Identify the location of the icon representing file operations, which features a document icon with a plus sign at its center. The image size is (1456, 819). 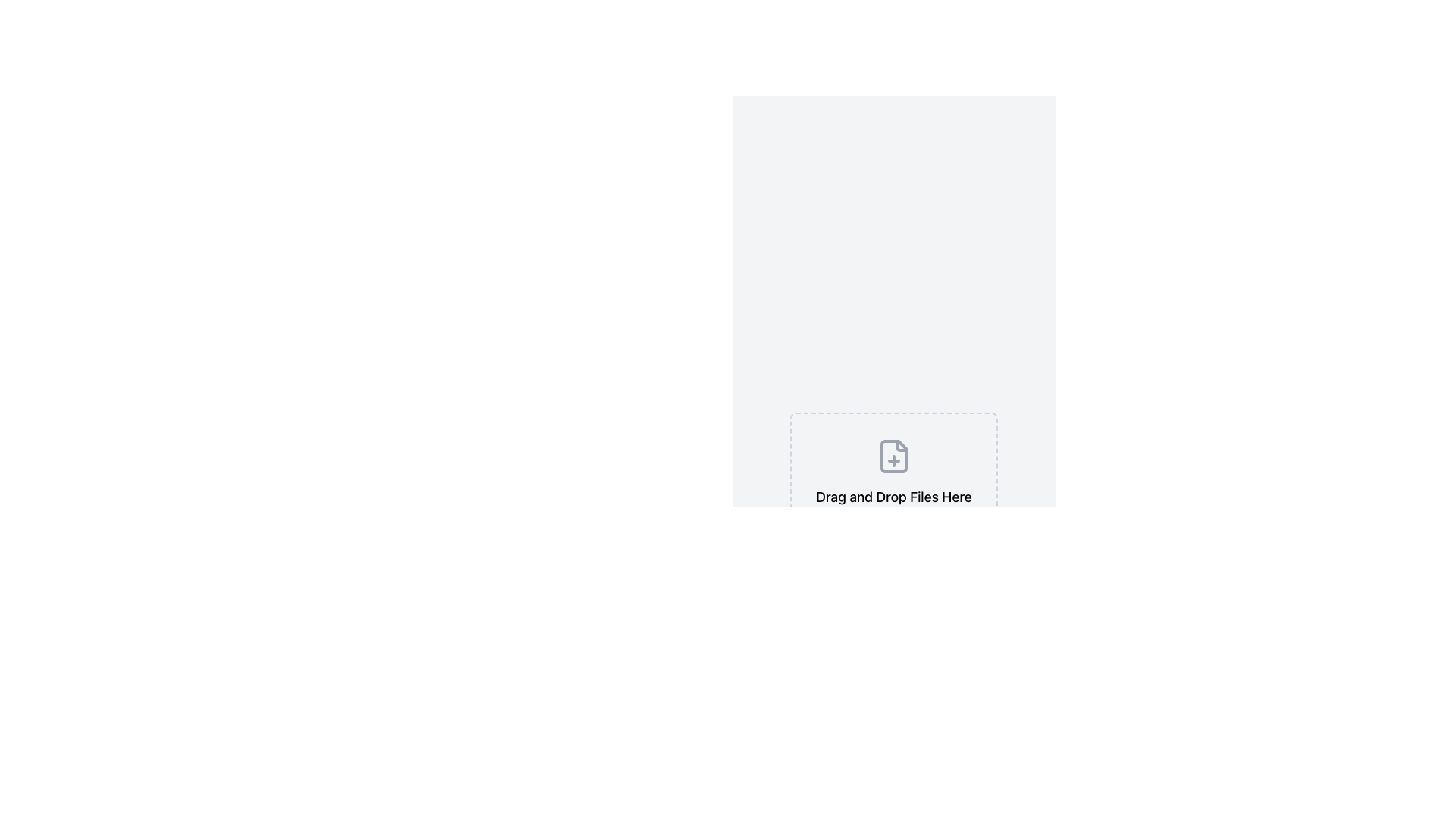
(894, 455).